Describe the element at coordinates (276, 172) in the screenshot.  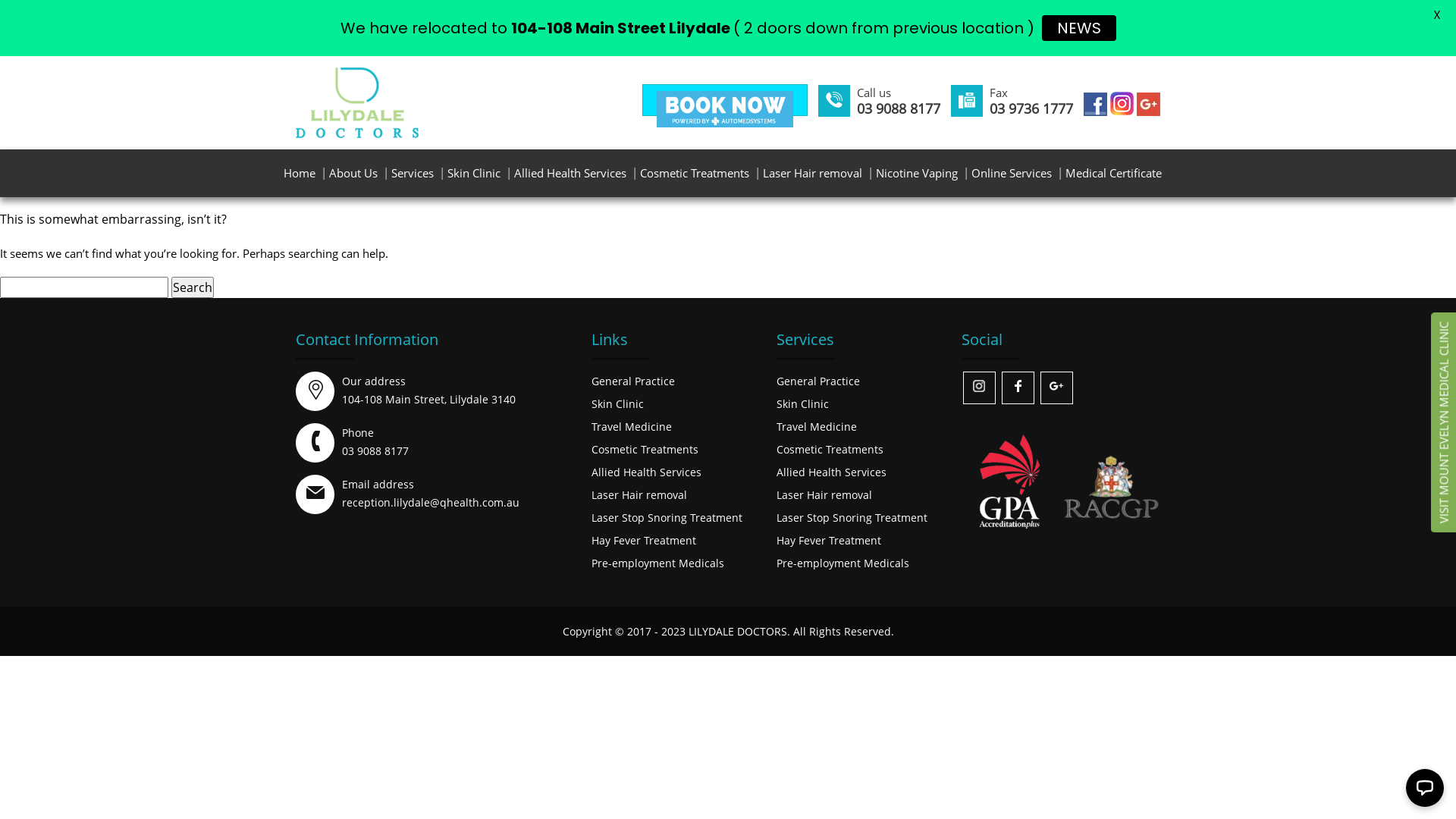
I see `'Home'` at that location.